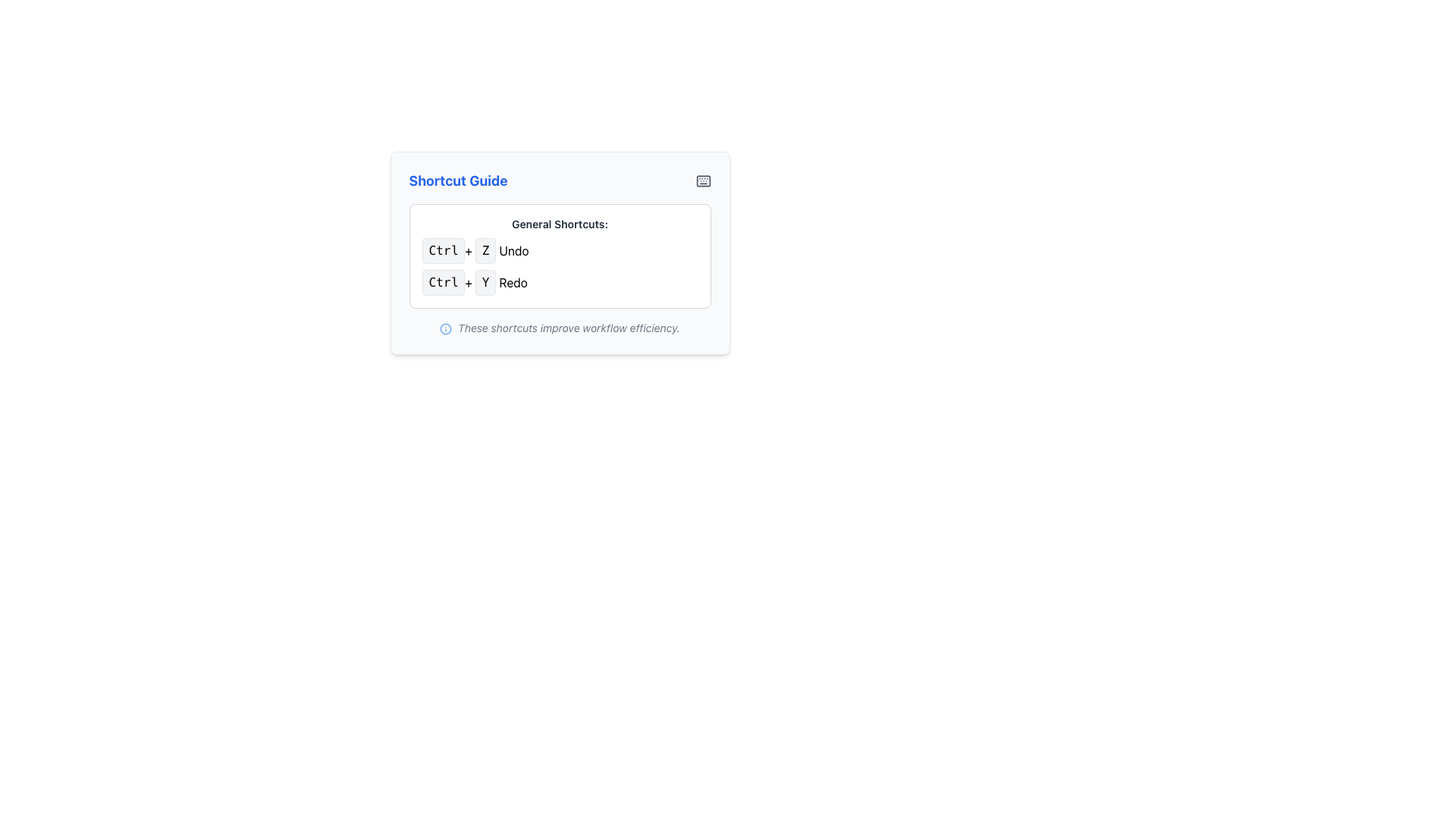 Image resolution: width=1456 pixels, height=819 pixels. I want to click on the button-like component displaying the text 'Ctrl', so click(442, 250).